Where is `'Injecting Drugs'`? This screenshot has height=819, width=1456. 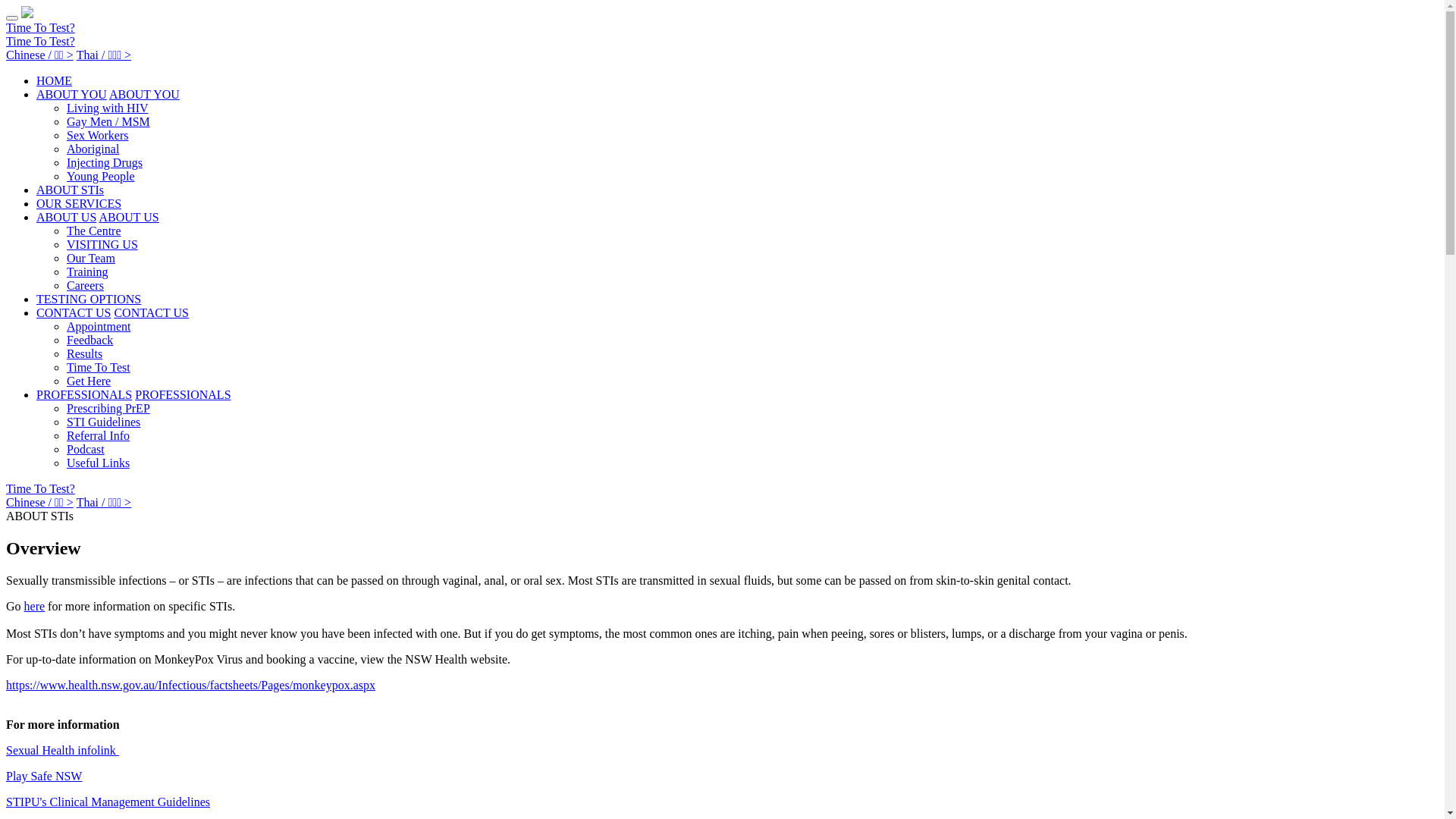 'Injecting Drugs' is located at coordinates (104, 162).